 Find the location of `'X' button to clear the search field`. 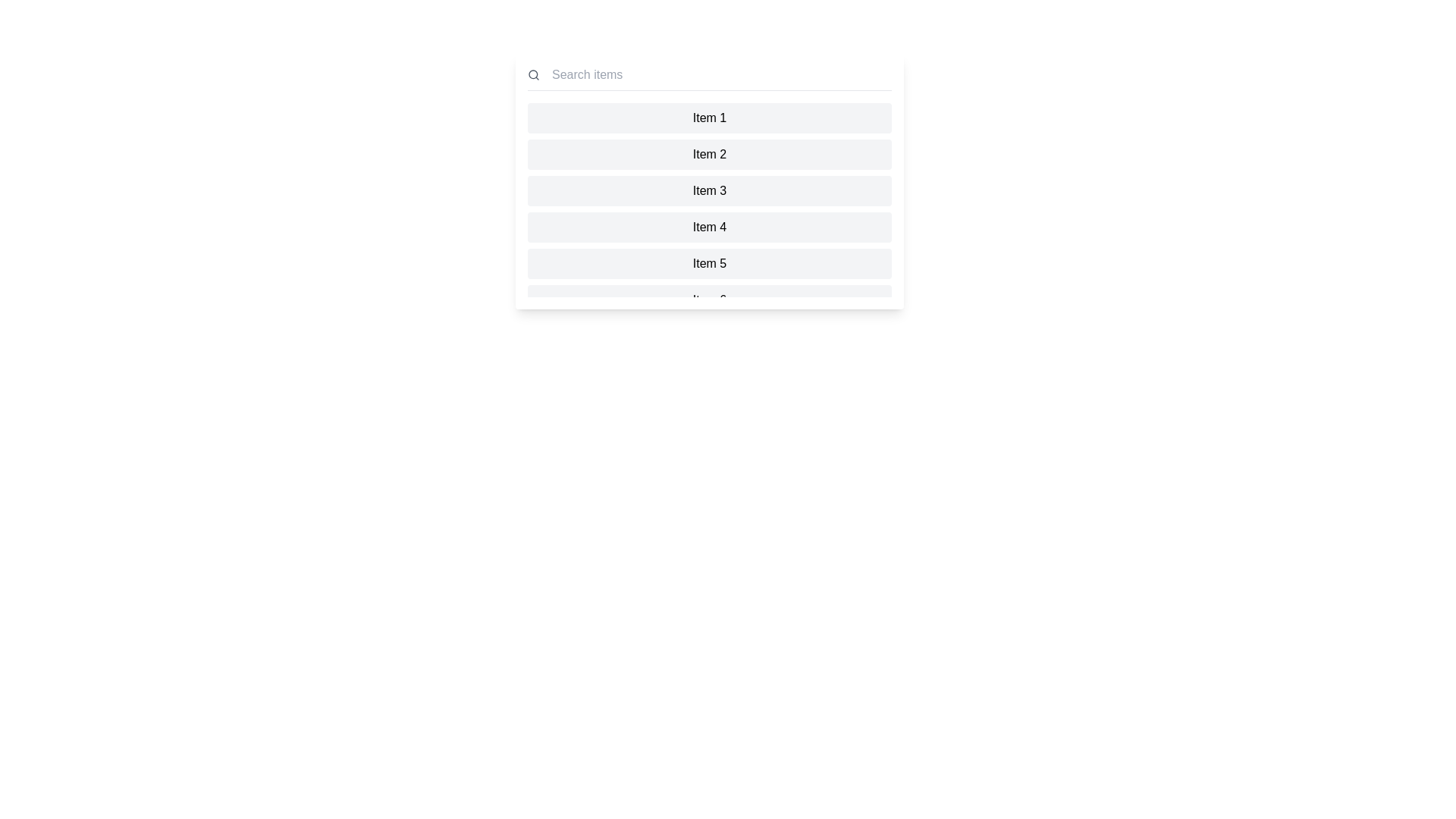

'X' button to clear the search field is located at coordinates (892, 75).